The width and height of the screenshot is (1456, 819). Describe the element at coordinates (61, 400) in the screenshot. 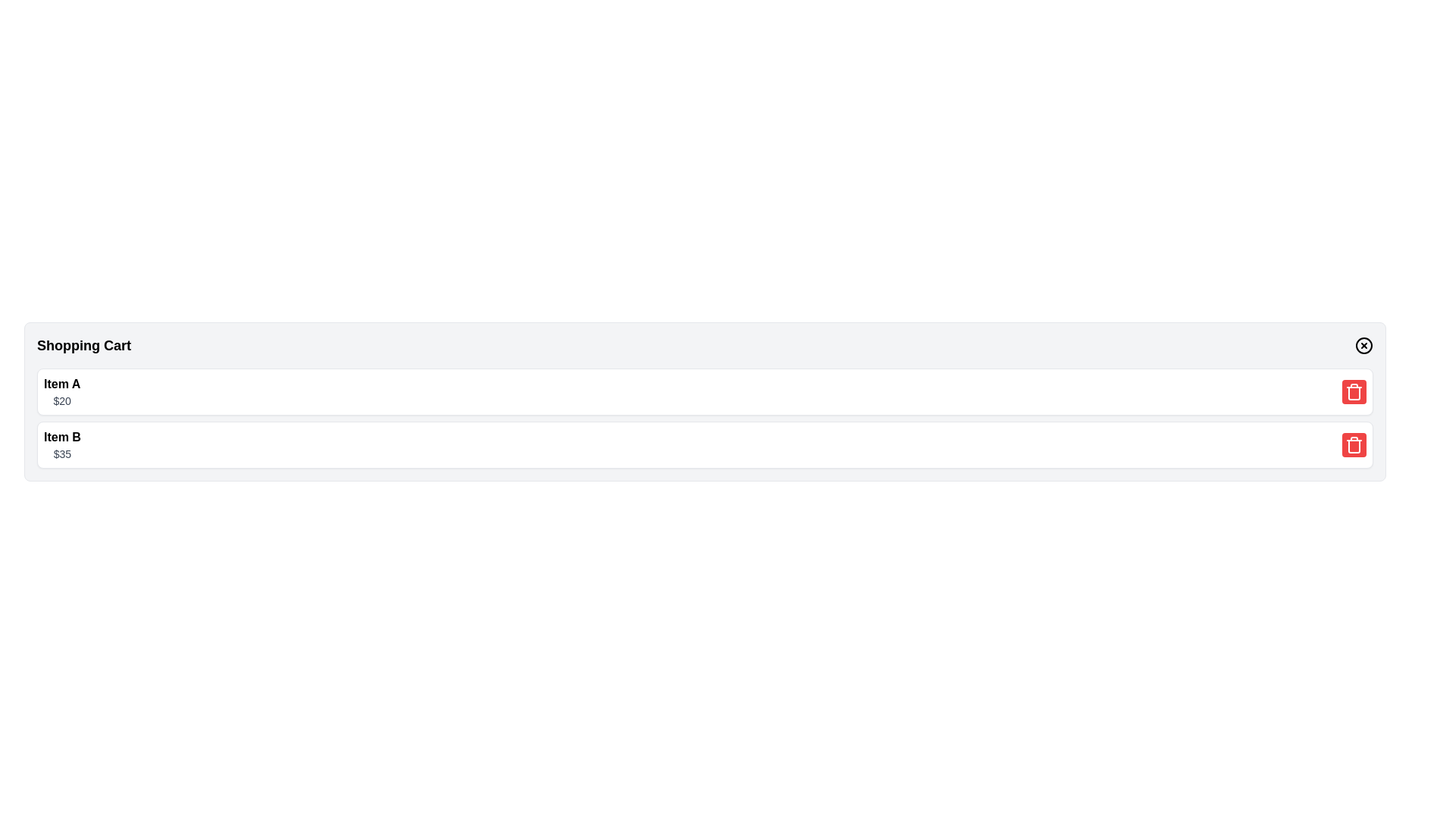

I see `price displayed in the text label for 'Item A' located below the item name and to the left of the delete icon in the shopping cart interface` at that location.